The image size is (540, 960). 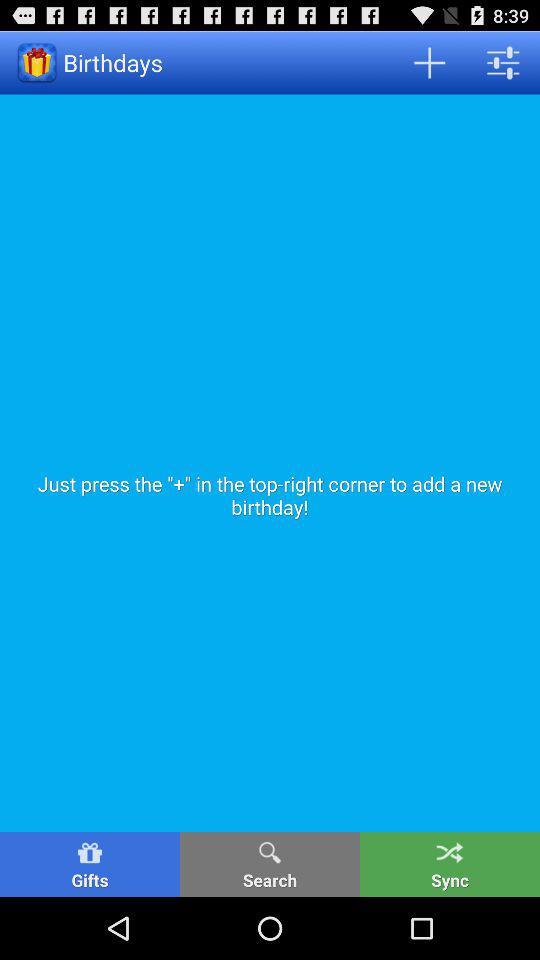 I want to click on the icon to the left of sync button, so click(x=270, y=863).